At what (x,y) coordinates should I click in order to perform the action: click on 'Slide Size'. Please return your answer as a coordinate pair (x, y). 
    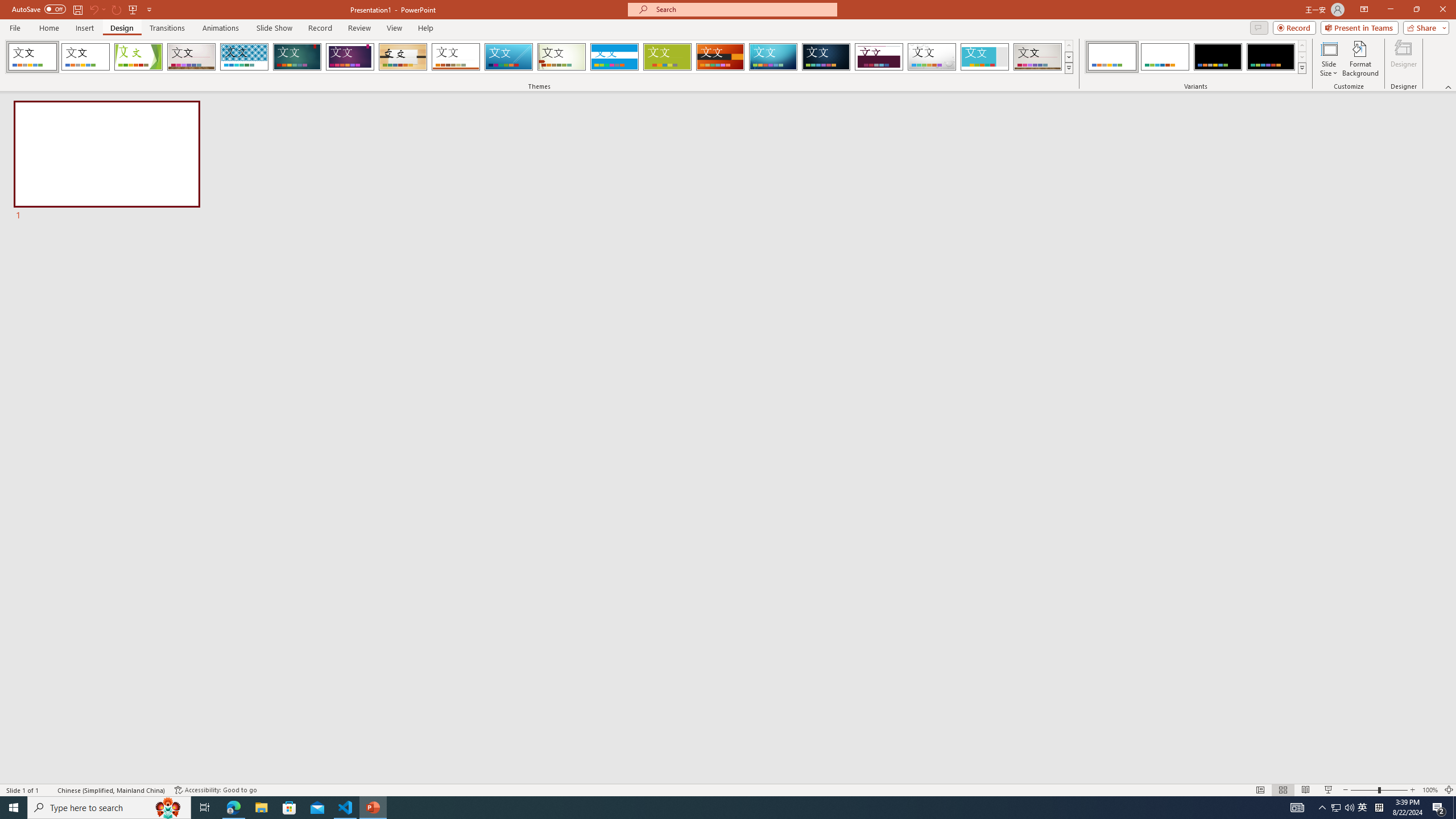
    Looking at the image, I should click on (1329, 59).